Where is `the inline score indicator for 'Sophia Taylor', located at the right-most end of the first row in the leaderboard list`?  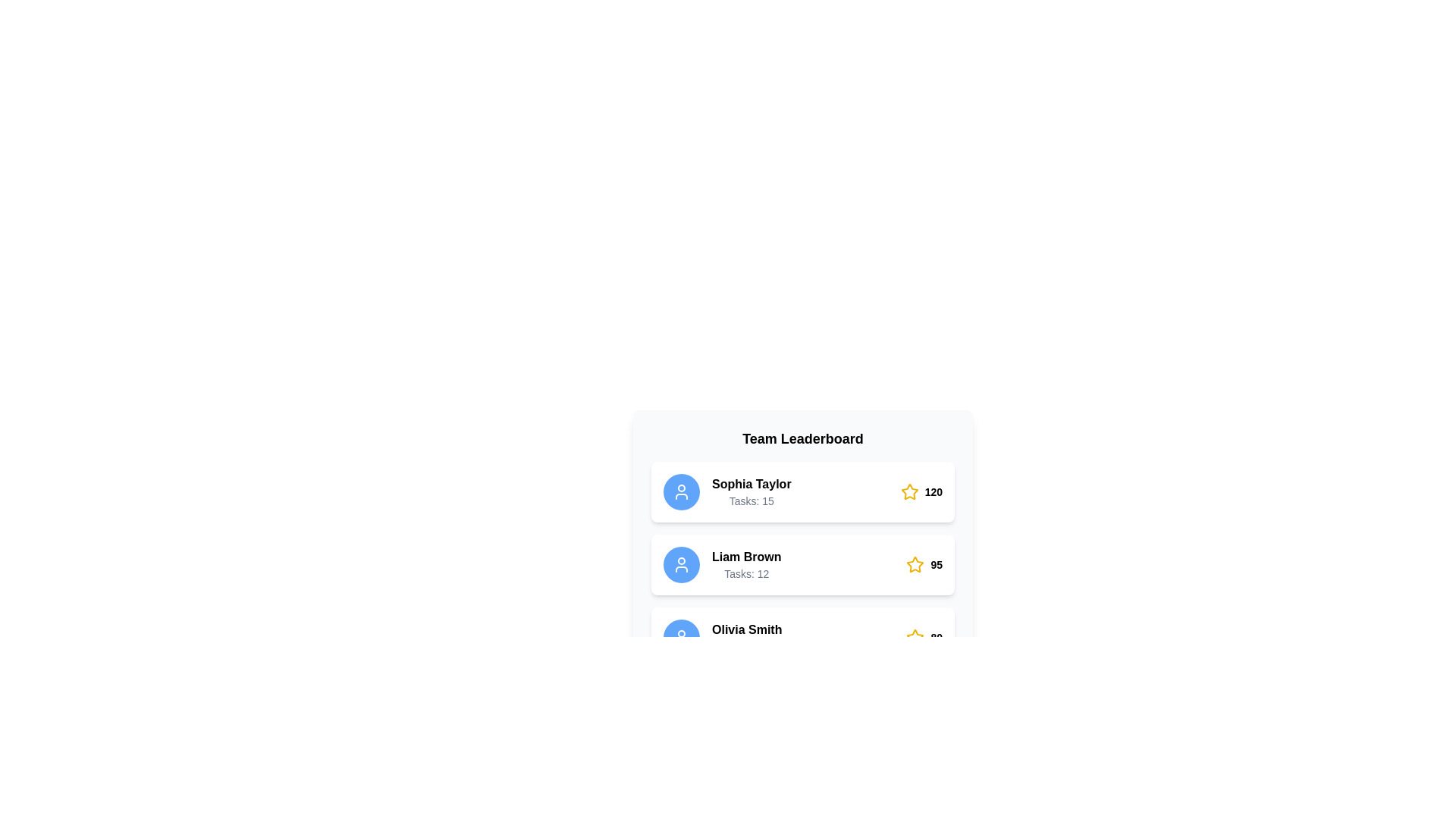
the inline score indicator for 'Sophia Taylor', located at the right-most end of the first row in the leaderboard list is located at coordinates (921, 491).